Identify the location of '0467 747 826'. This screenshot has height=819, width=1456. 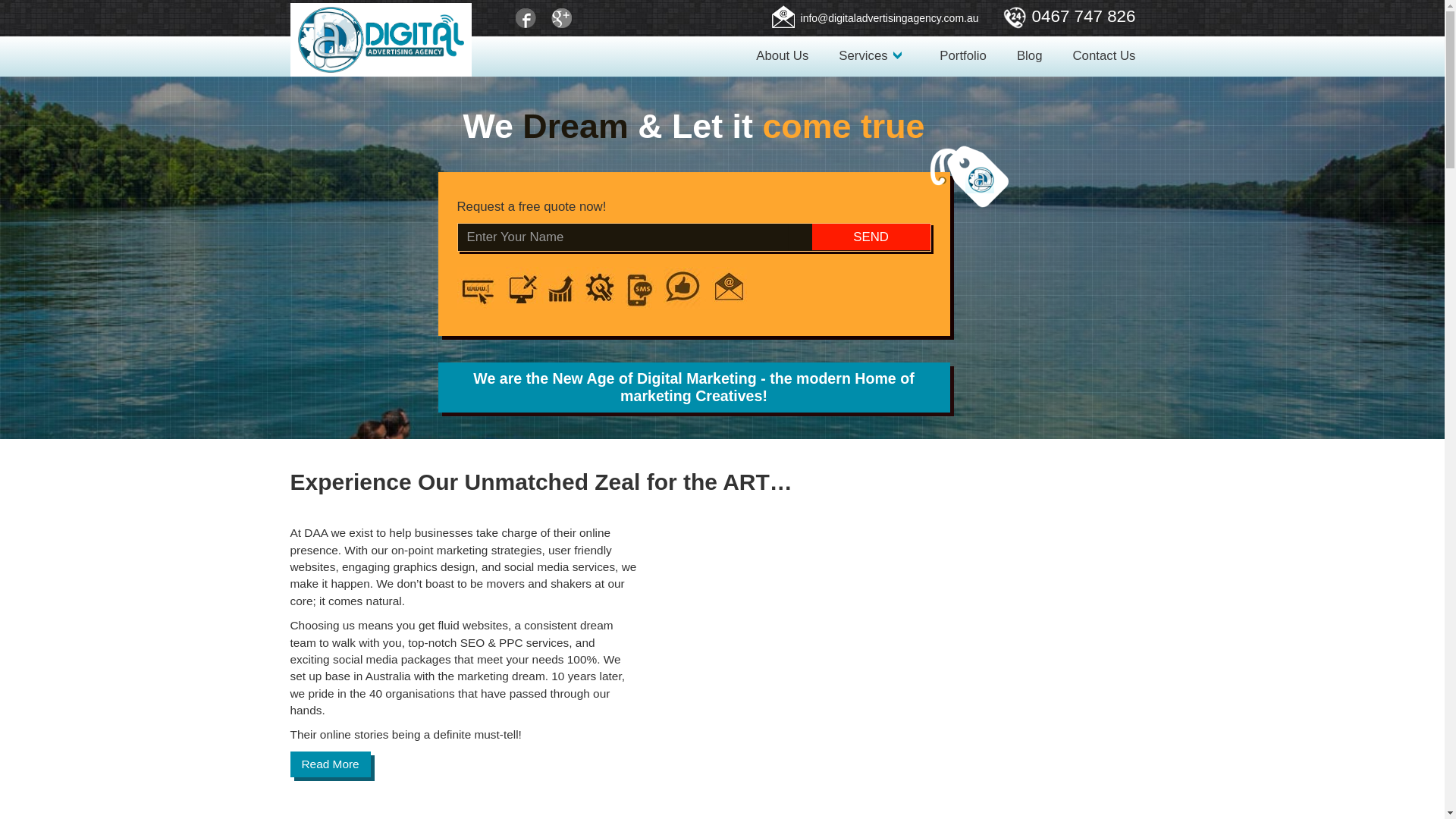
(1075, 17).